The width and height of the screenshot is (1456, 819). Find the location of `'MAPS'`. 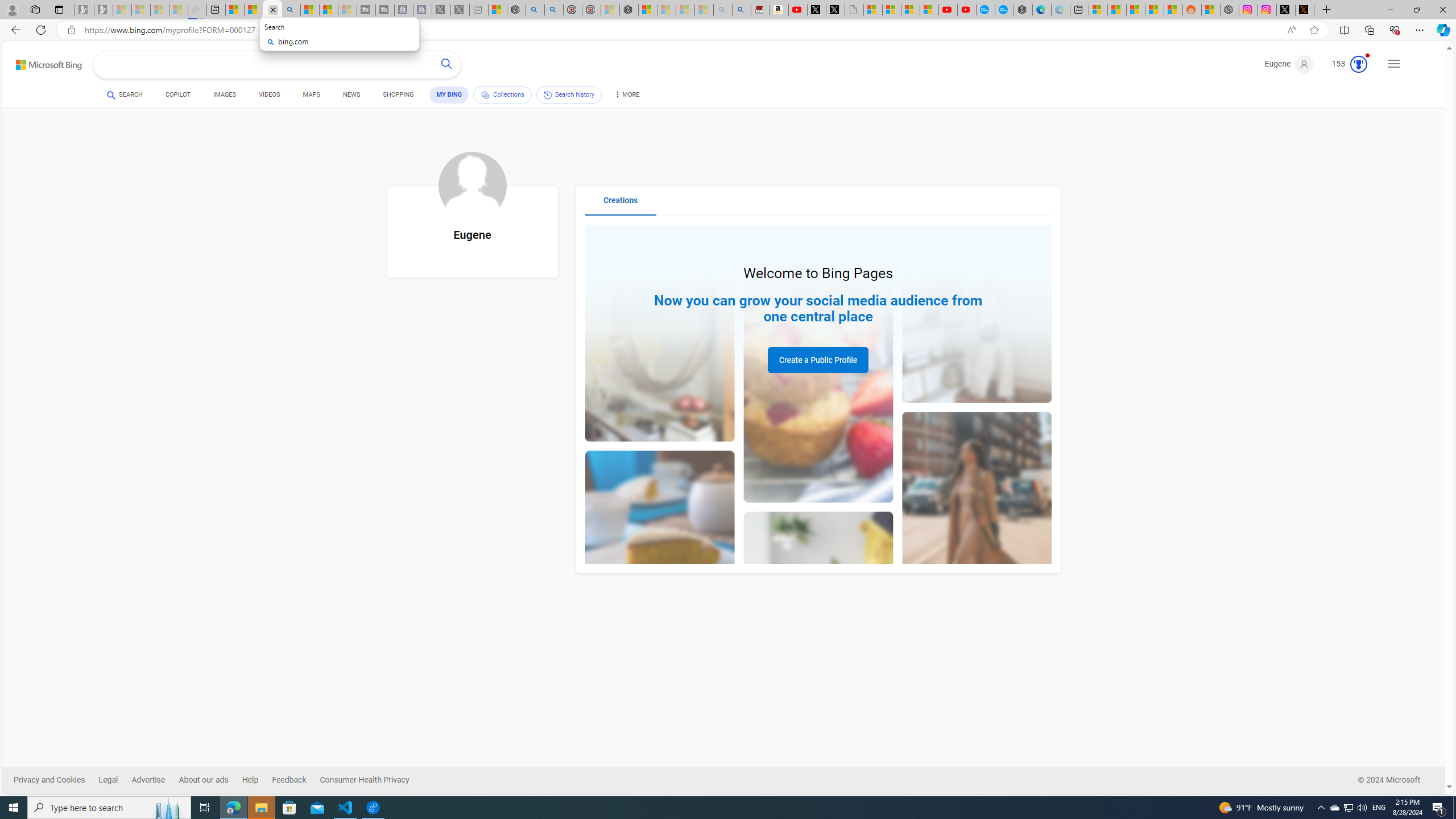

'MAPS' is located at coordinates (311, 96).